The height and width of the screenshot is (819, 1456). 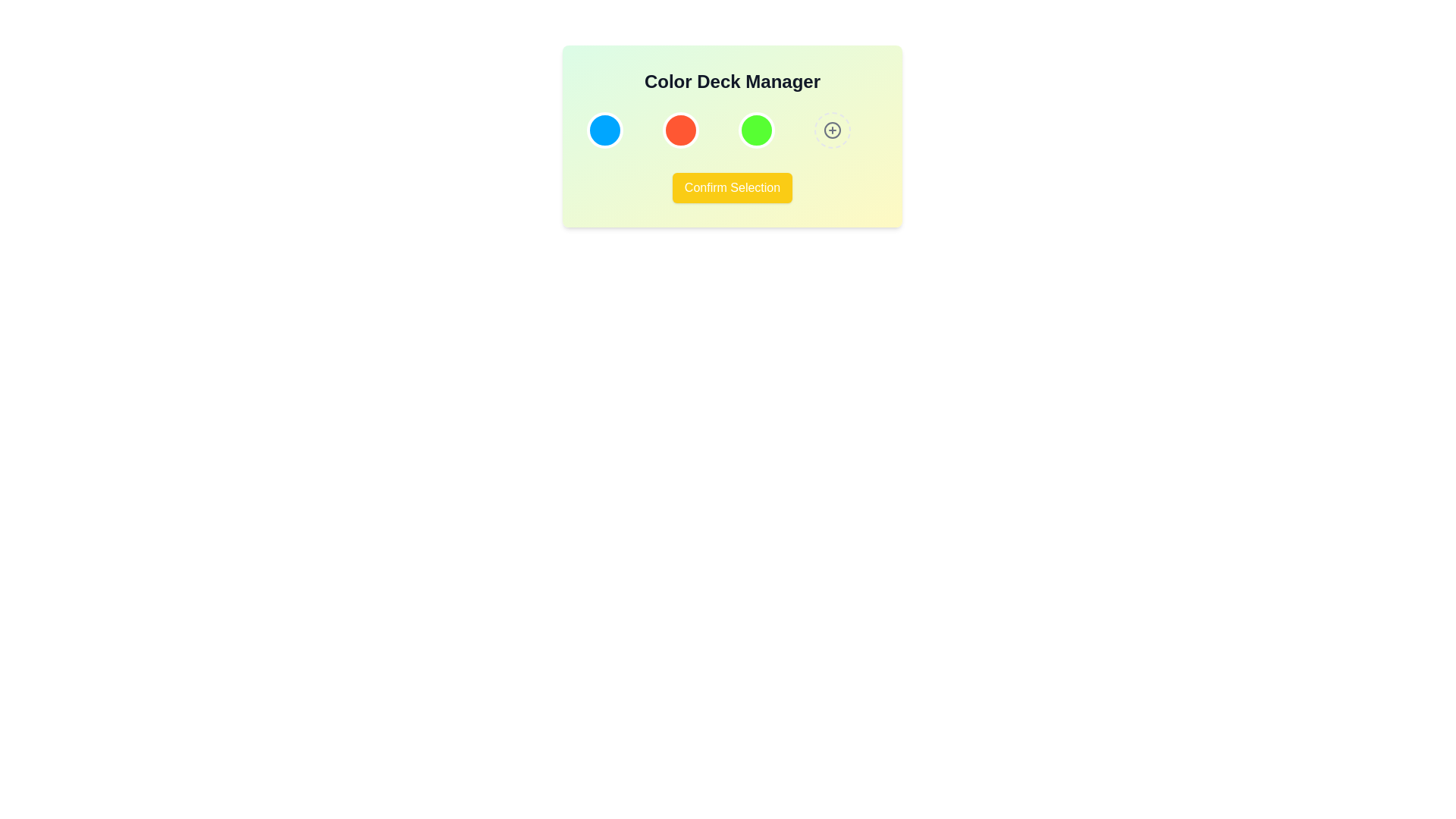 What do you see at coordinates (757, 130) in the screenshot?
I see `the third circular selectable color option located under the 'Color Deck Manager' title` at bounding box center [757, 130].